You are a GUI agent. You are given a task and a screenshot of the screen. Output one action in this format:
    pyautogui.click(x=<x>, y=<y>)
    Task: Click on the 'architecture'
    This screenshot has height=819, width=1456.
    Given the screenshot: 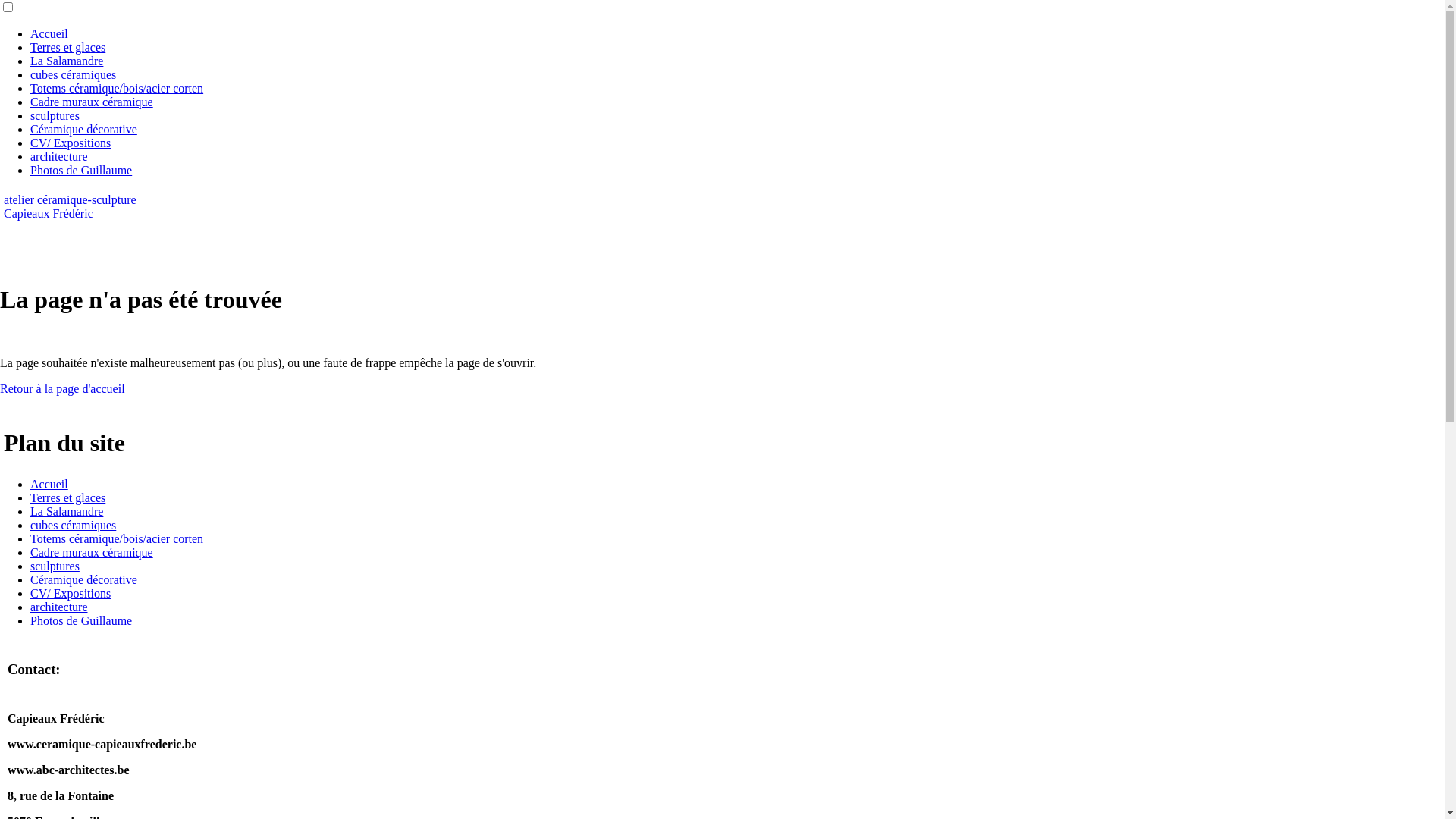 What is the action you would take?
    pyautogui.click(x=58, y=606)
    